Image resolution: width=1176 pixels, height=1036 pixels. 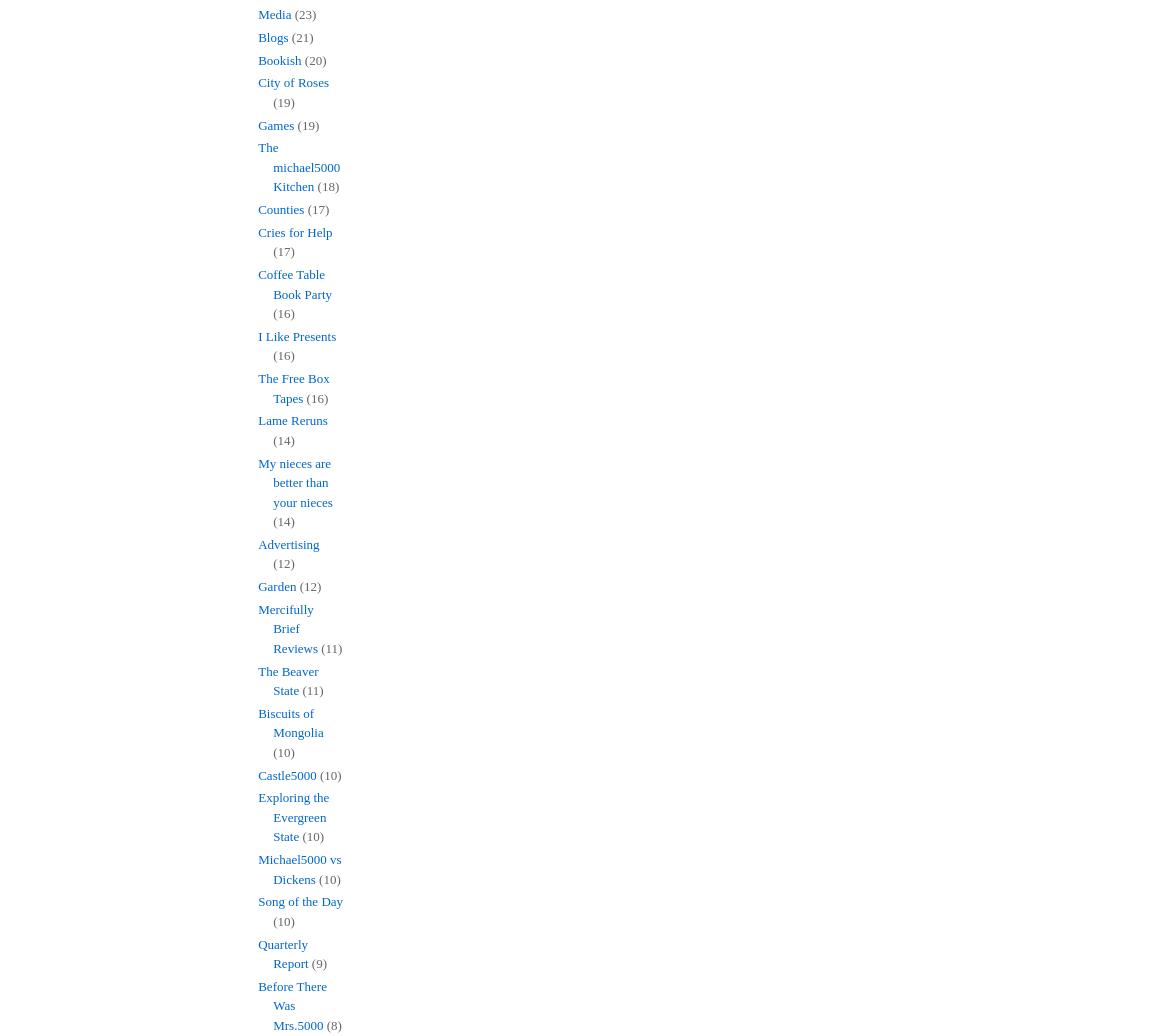 What do you see at coordinates (300, 901) in the screenshot?
I see `'Song of the Day'` at bounding box center [300, 901].